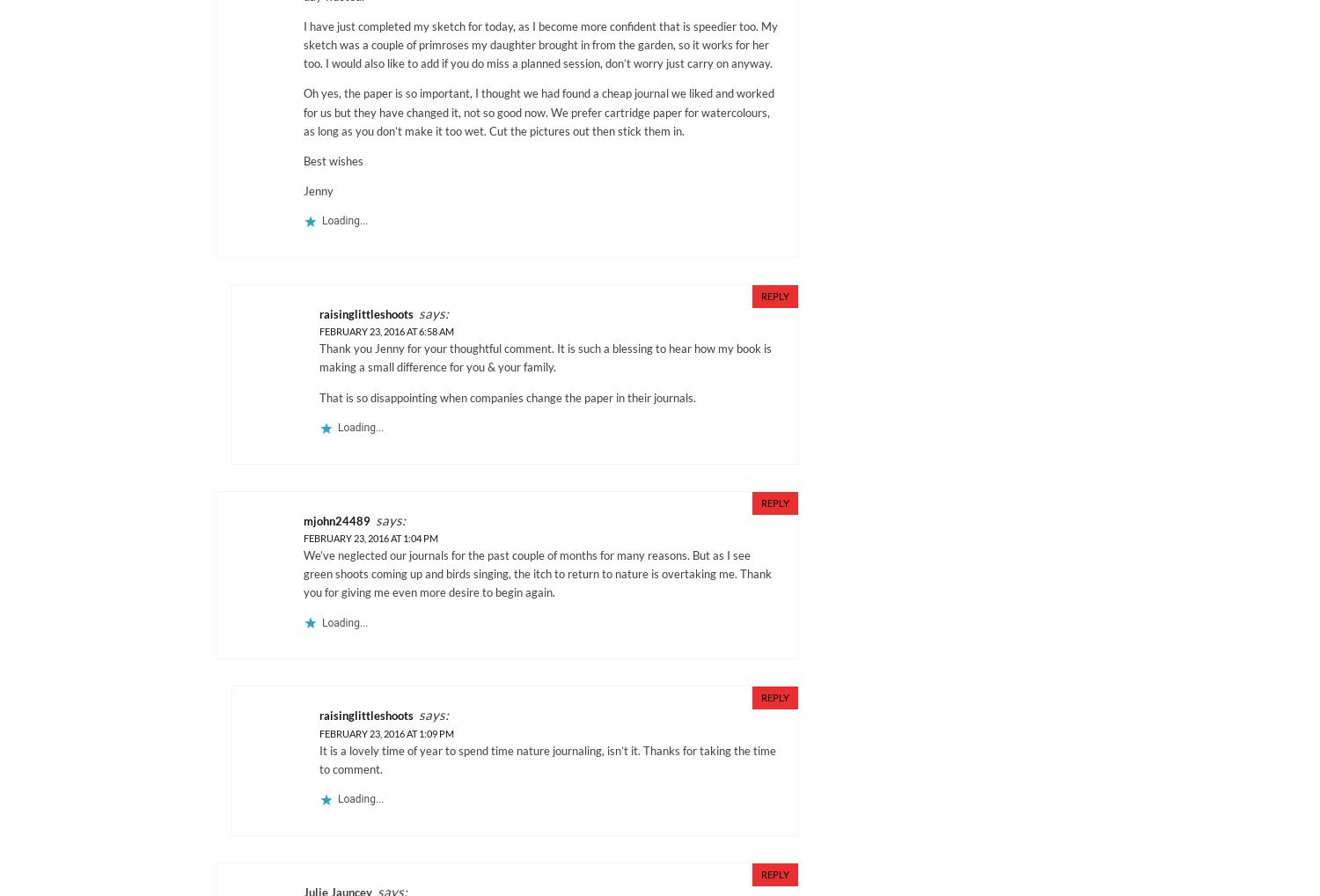  I want to click on 'February 23, 2016 at 1:04 pm', so click(370, 537).